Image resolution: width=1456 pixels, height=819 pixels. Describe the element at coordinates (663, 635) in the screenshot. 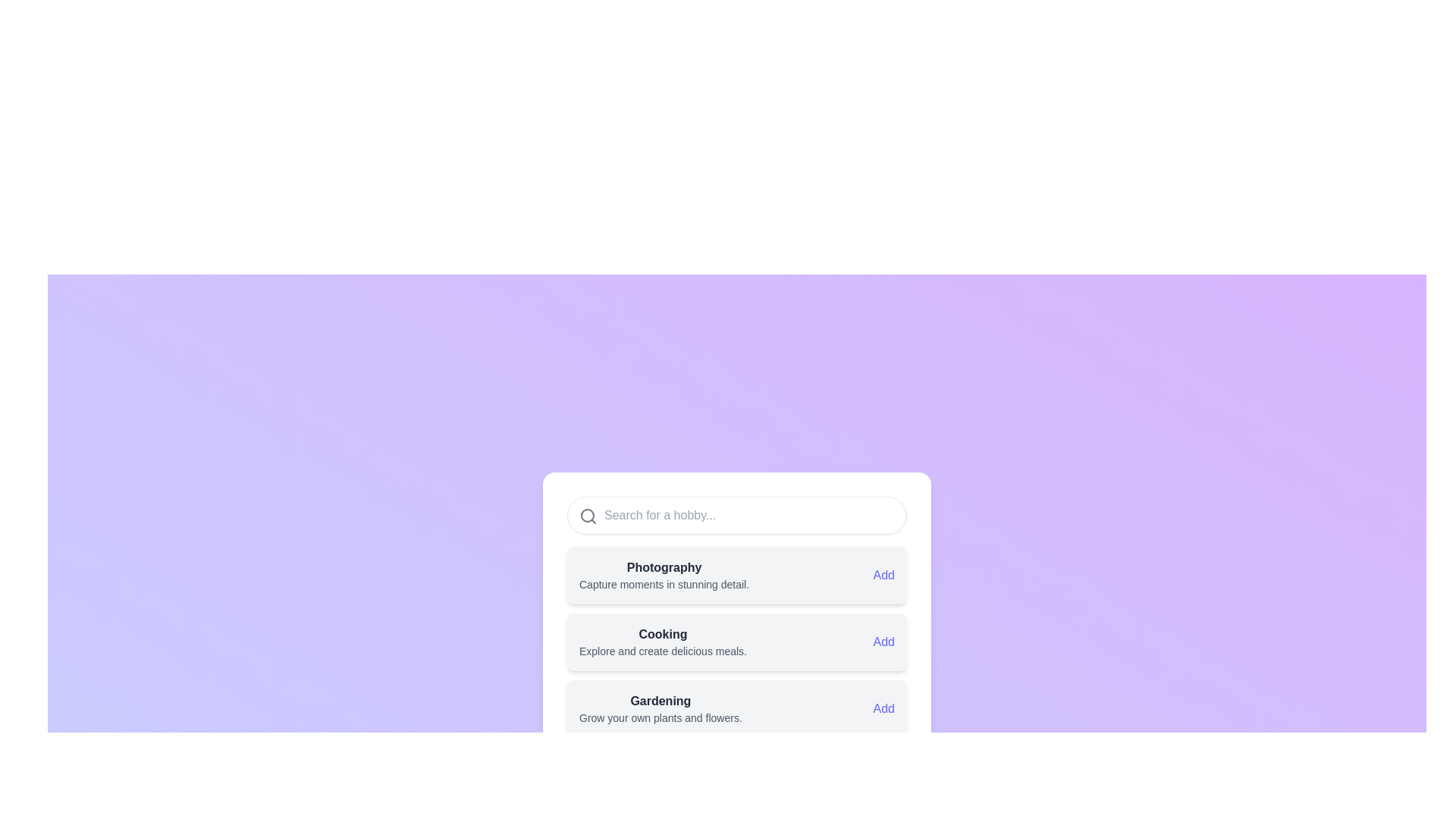

I see `text label displaying 'Cooking', which is a bold heading styled with a dark font color on a light background, located in the middle of a vertically arranged list of selectable options` at that location.